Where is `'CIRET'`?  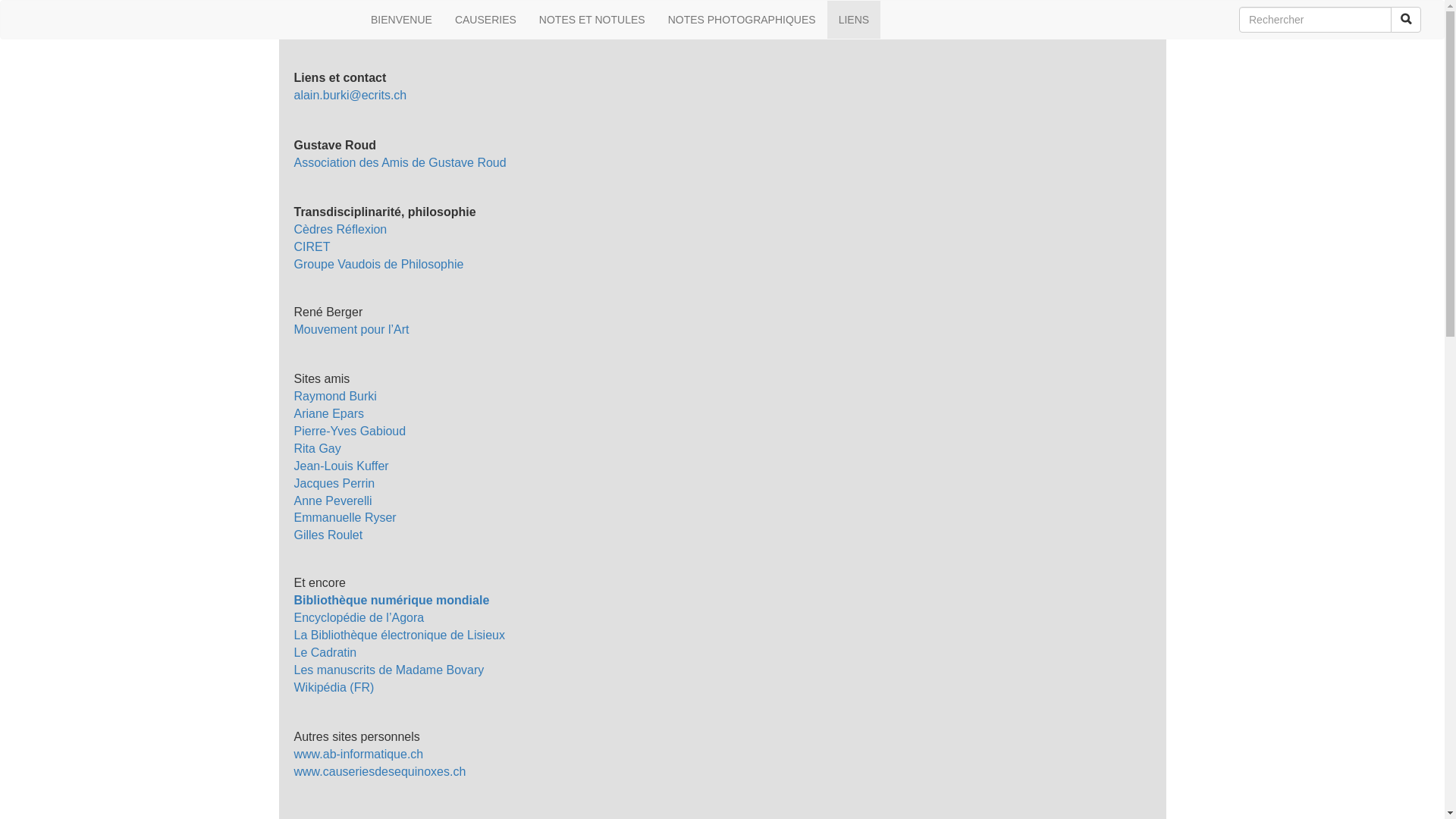
'CIRET' is located at coordinates (294, 246).